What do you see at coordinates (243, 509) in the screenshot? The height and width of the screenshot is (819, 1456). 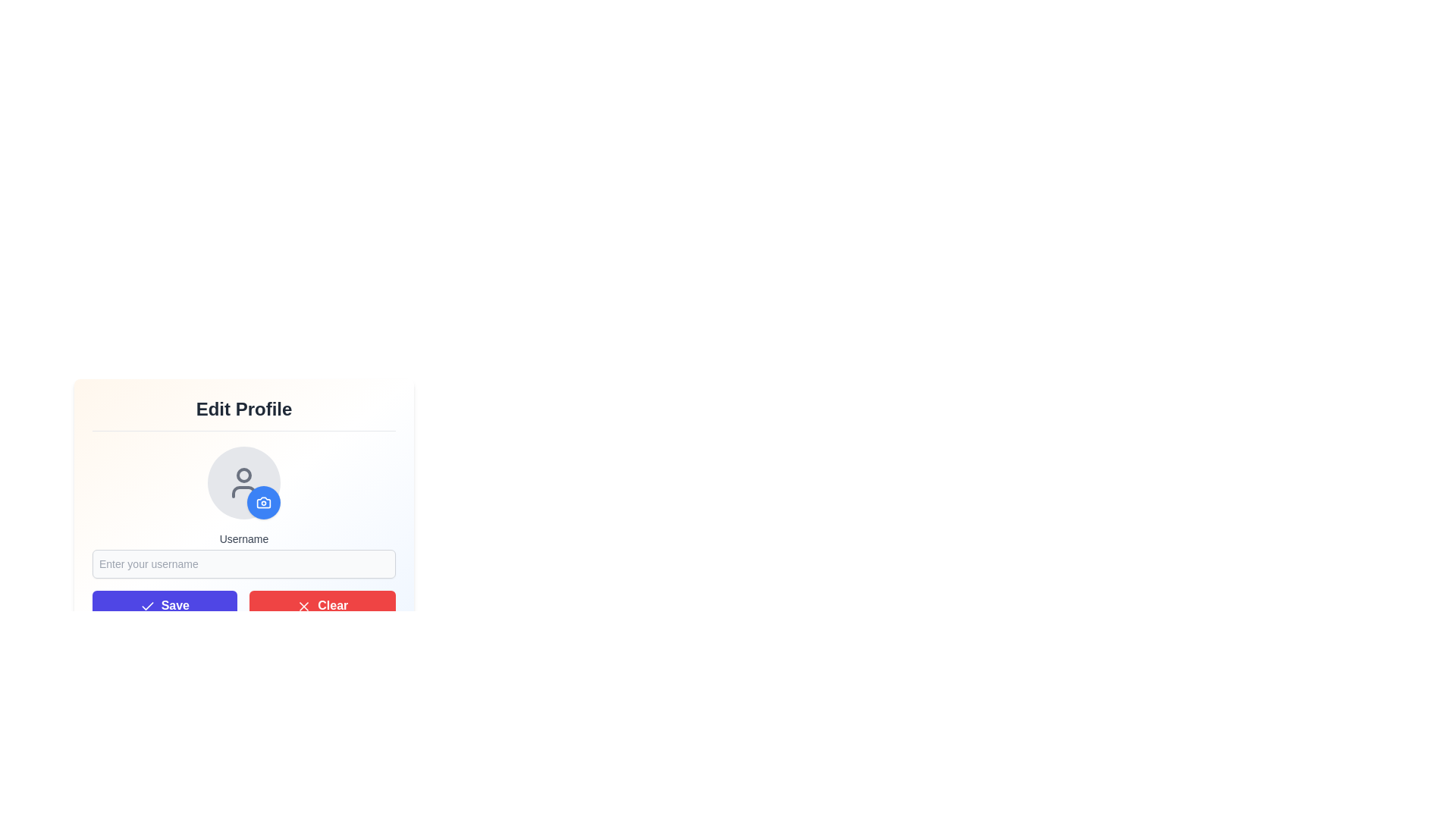 I see `the avatar placeholder in the 'Edit Profile' dialog box, which includes a user icon and a camera icon overlayed on the bottom-right corner` at bounding box center [243, 509].